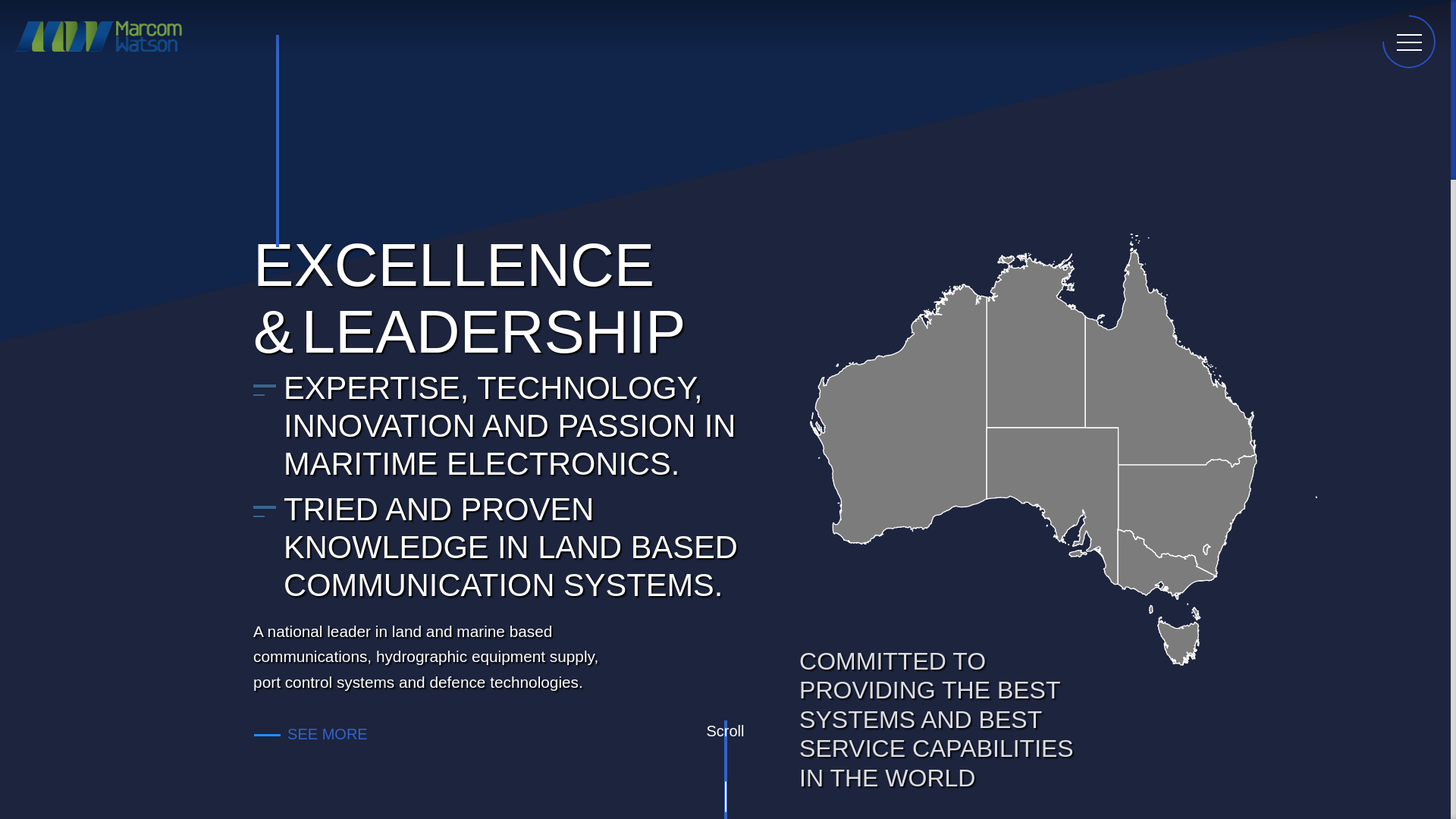 The width and height of the screenshot is (1456, 819). What do you see at coordinates (97, 52) in the screenshot?
I see `'Marcom Watson Logo'` at bounding box center [97, 52].